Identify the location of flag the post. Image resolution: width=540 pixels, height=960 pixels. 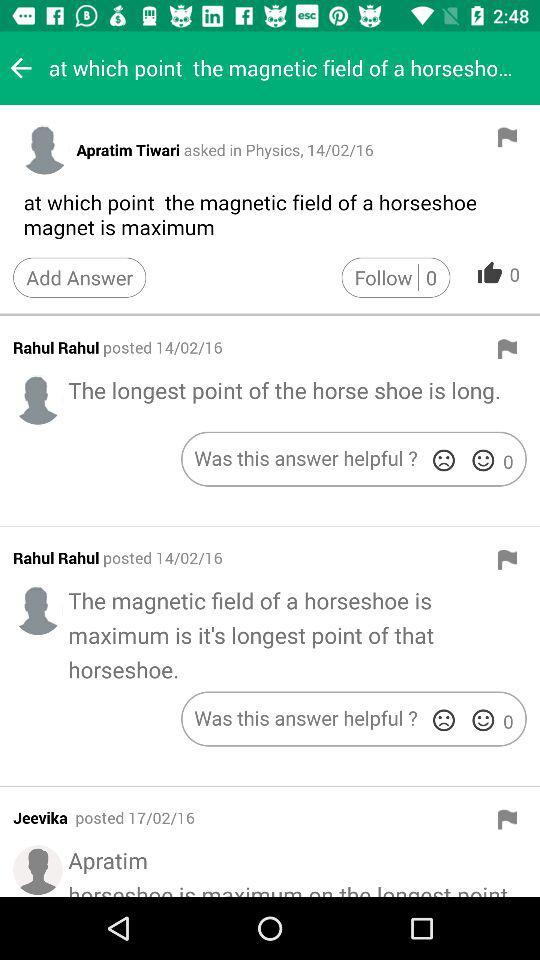
(507, 349).